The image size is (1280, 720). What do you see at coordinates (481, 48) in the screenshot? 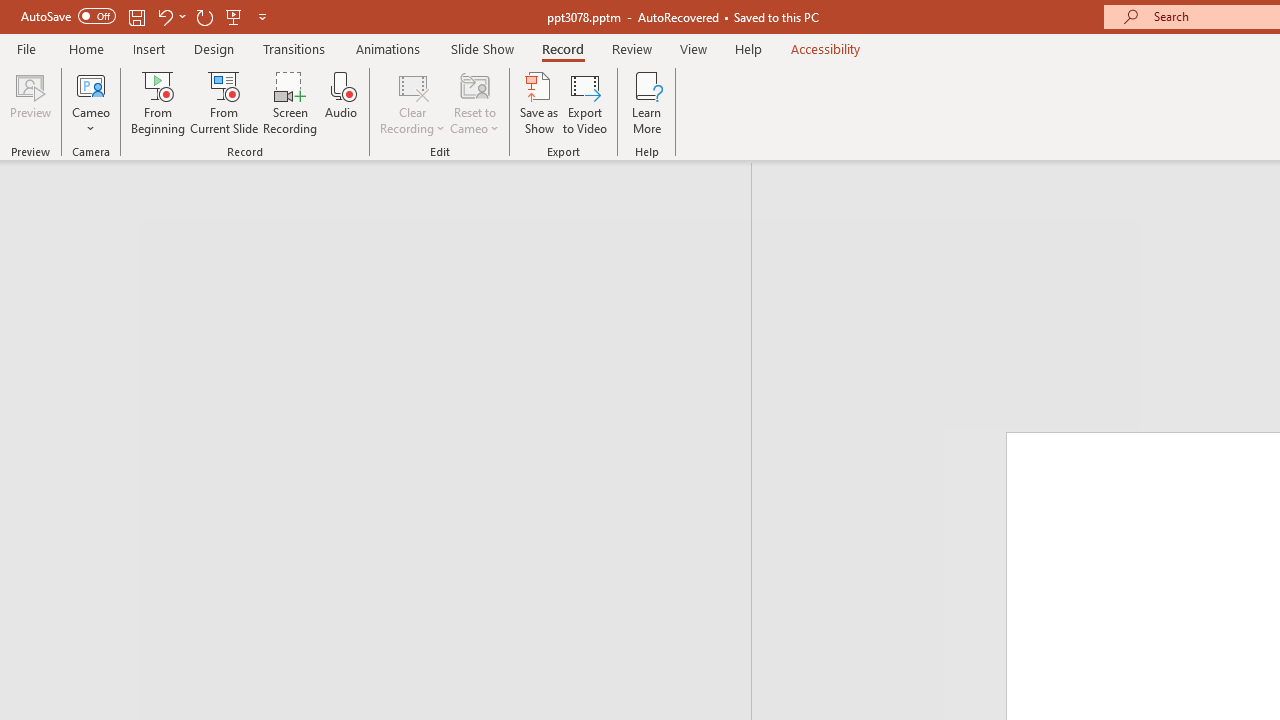
I see `'Slide Show'` at bounding box center [481, 48].